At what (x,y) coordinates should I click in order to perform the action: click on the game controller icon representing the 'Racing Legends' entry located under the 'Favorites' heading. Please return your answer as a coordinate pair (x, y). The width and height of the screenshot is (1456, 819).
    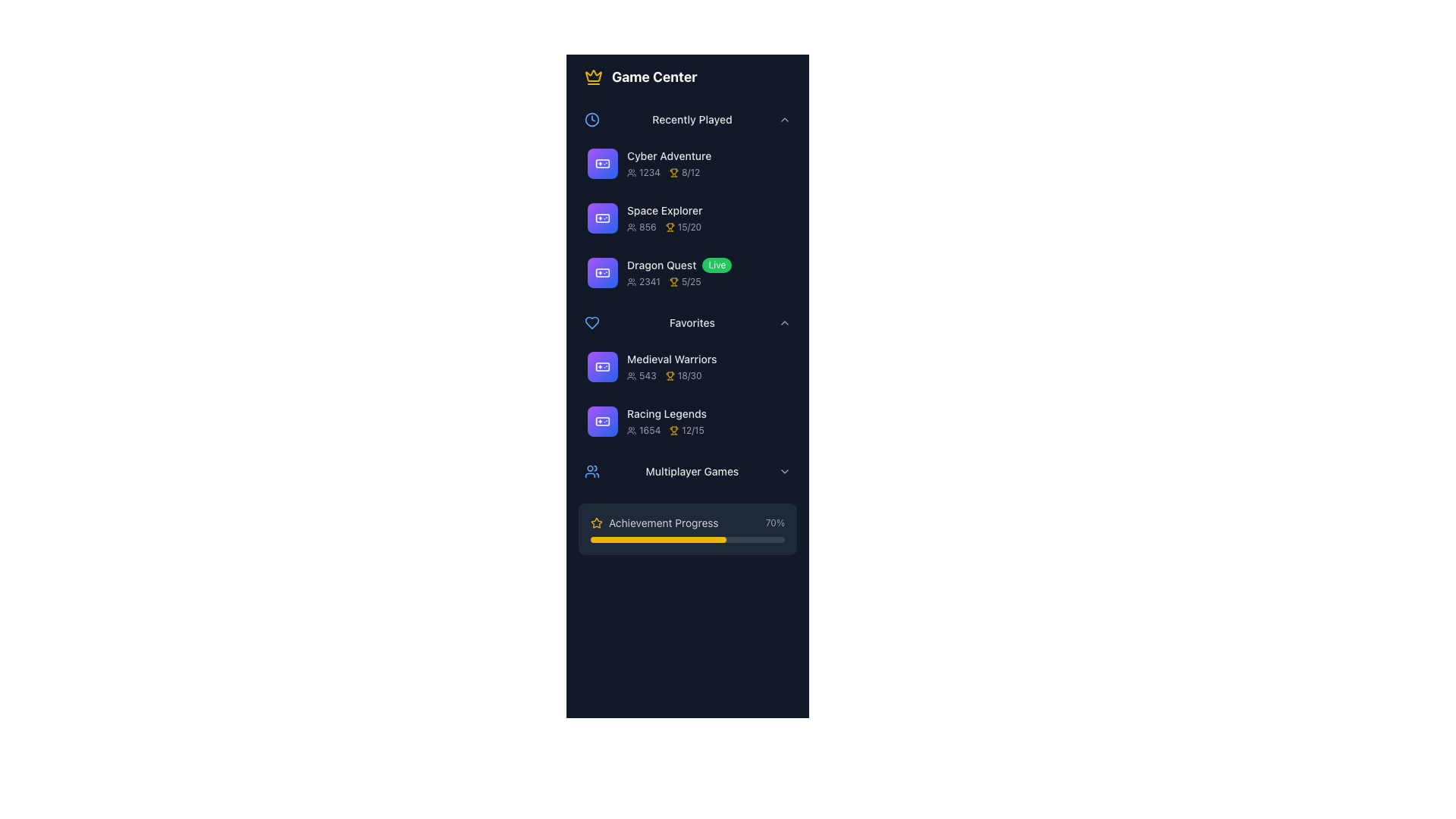
    Looking at the image, I should click on (602, 421).